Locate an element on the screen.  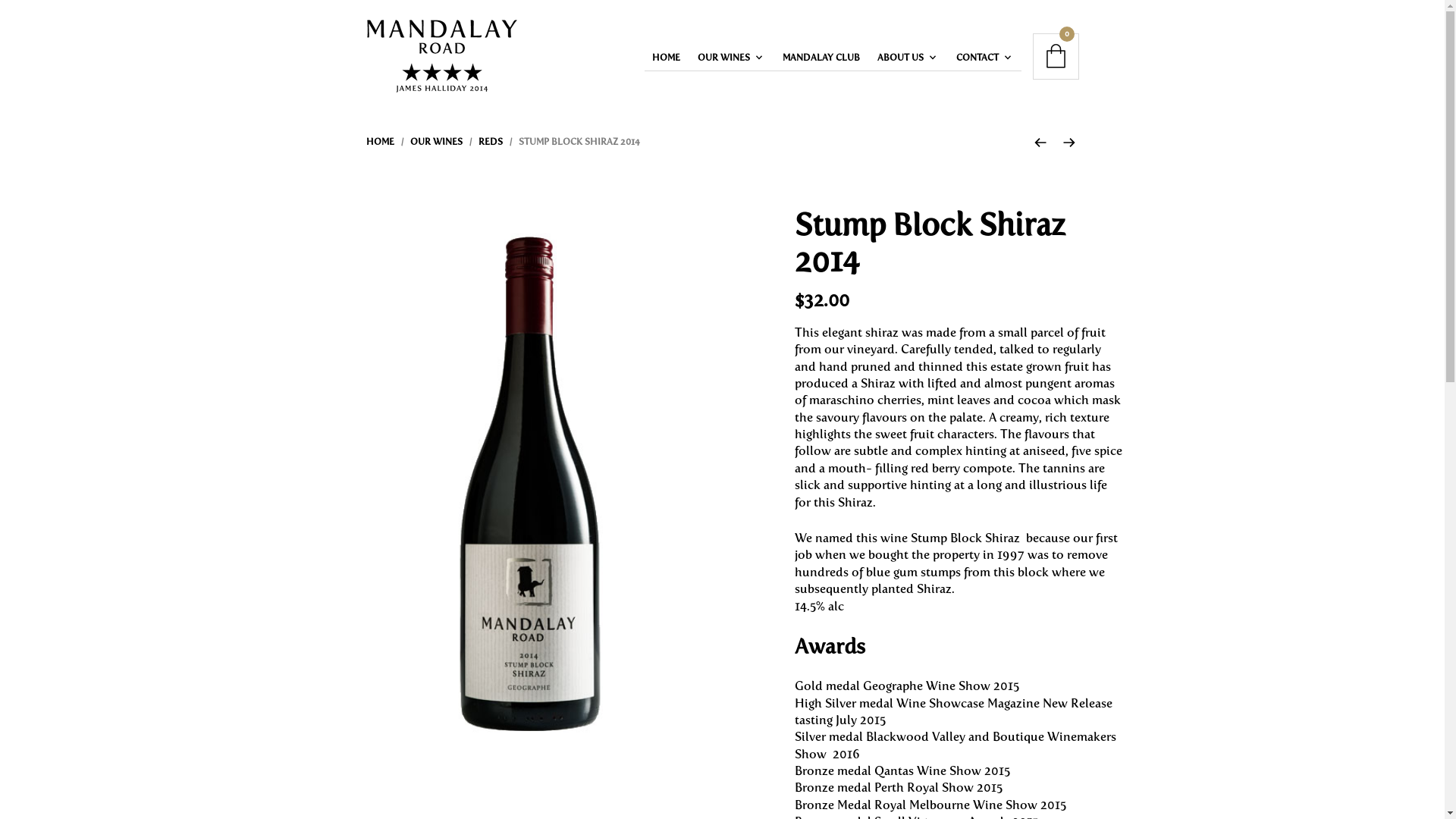
'OUR WINES' is located at coordinates (726, 57).